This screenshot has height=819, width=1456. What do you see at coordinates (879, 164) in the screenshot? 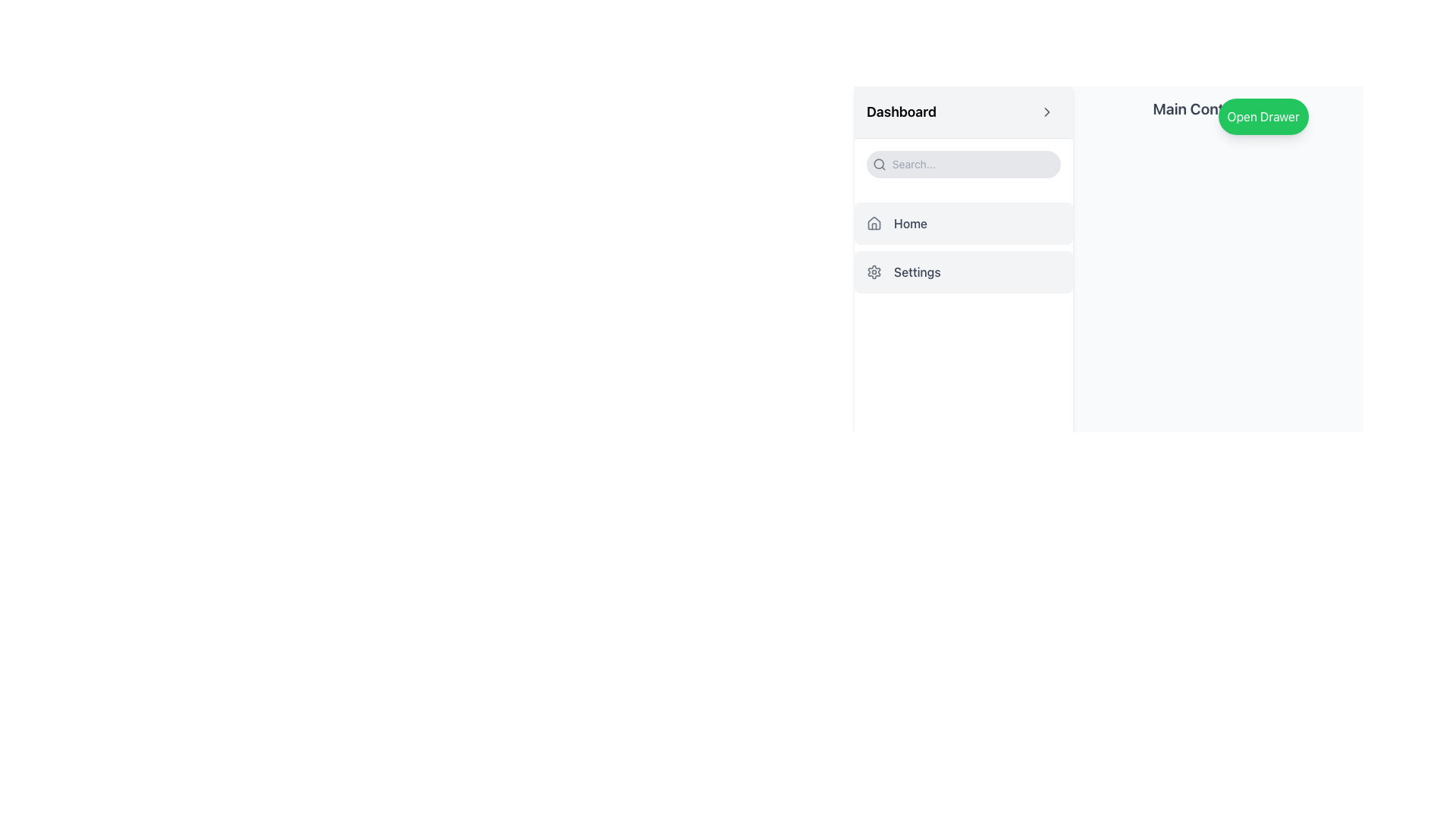
I see `the small circle in the SVG magnifying glass icon located at the top of the side navigation bar, which is styled with a gray border and no fill` at bounding box center [879, 164].